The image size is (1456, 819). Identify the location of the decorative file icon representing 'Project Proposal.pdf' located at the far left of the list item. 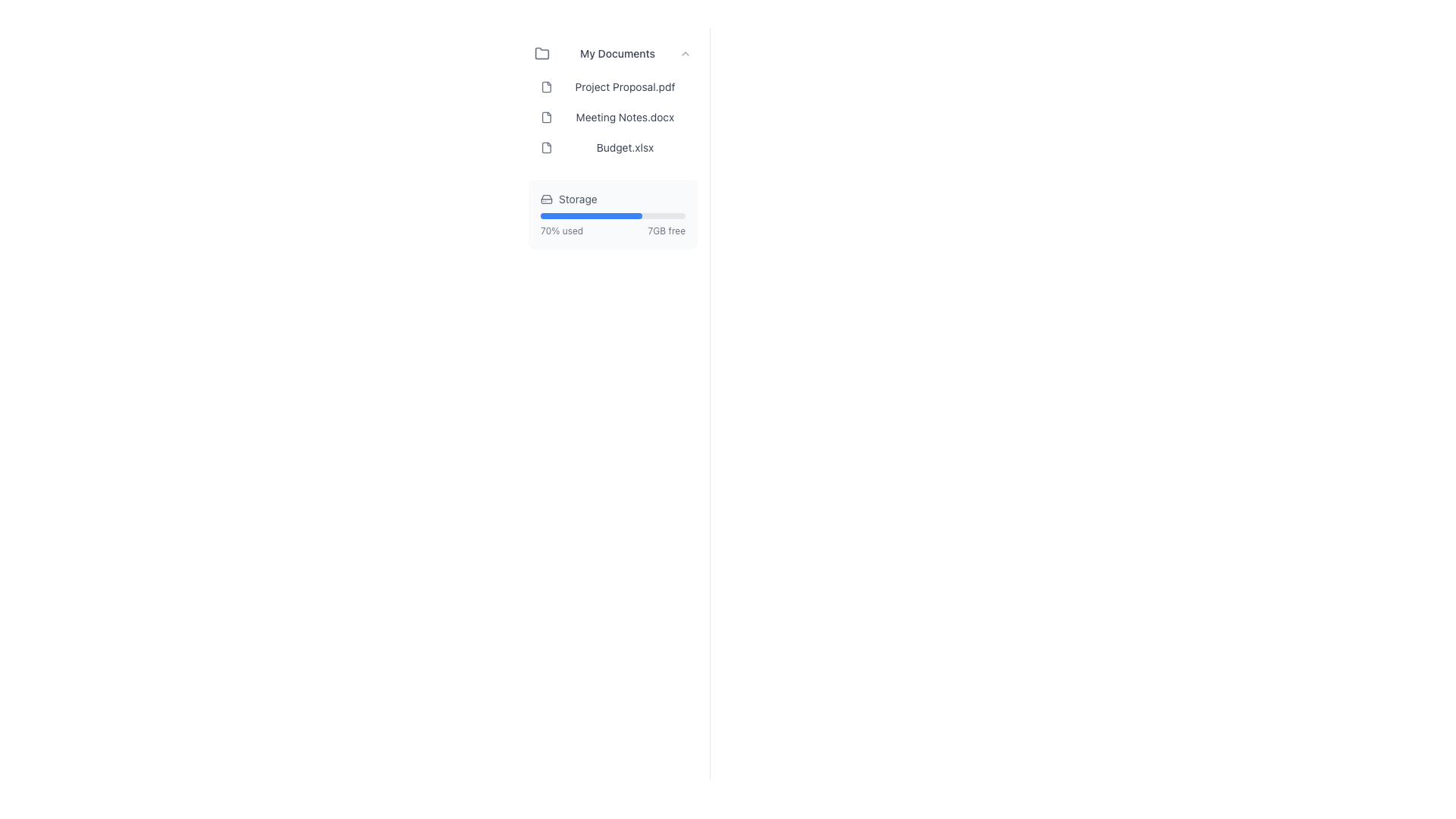
(546, 87).